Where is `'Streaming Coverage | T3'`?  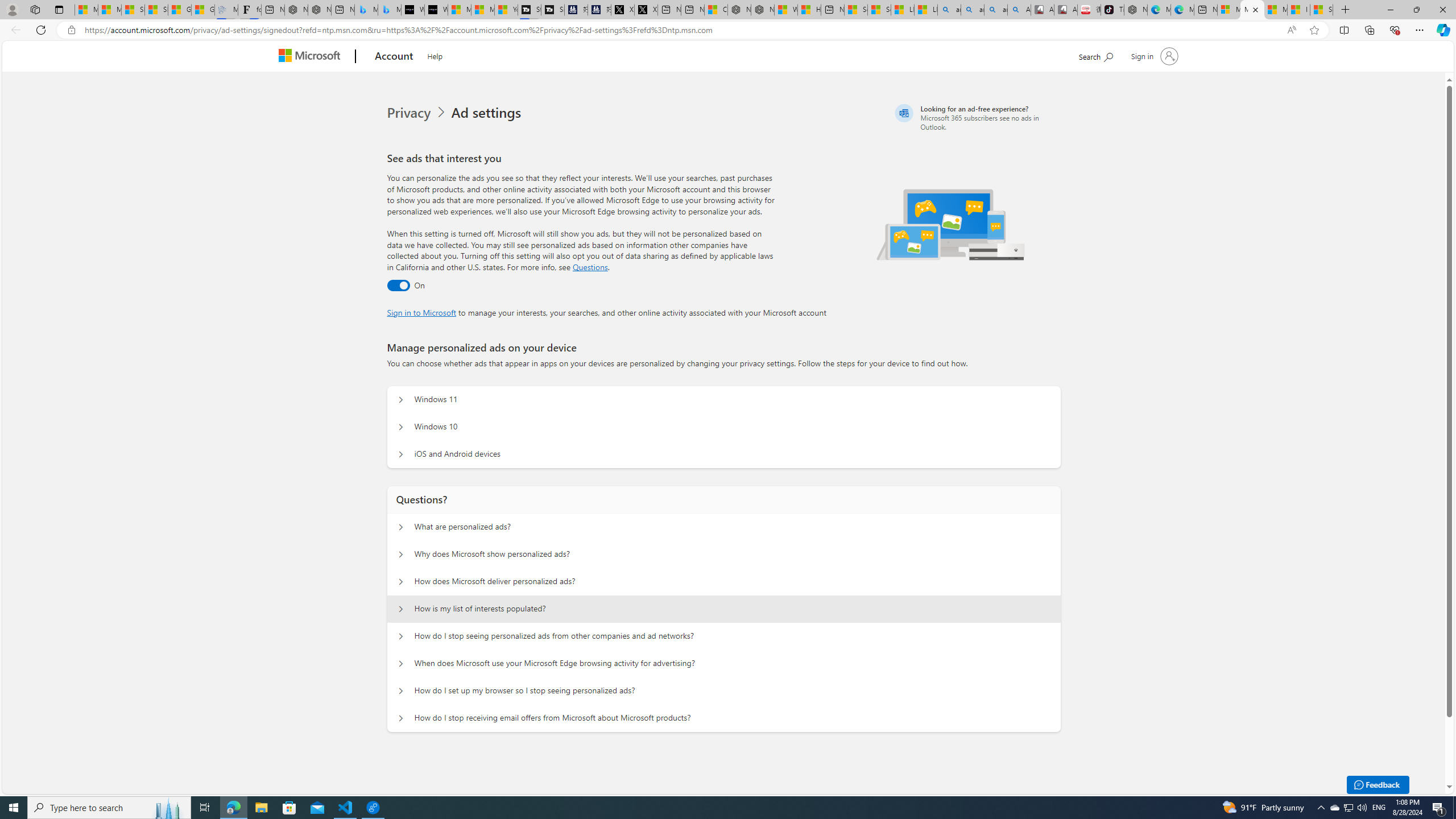 'Streaming Coverage | T3' is located at coordinates (528, 9).